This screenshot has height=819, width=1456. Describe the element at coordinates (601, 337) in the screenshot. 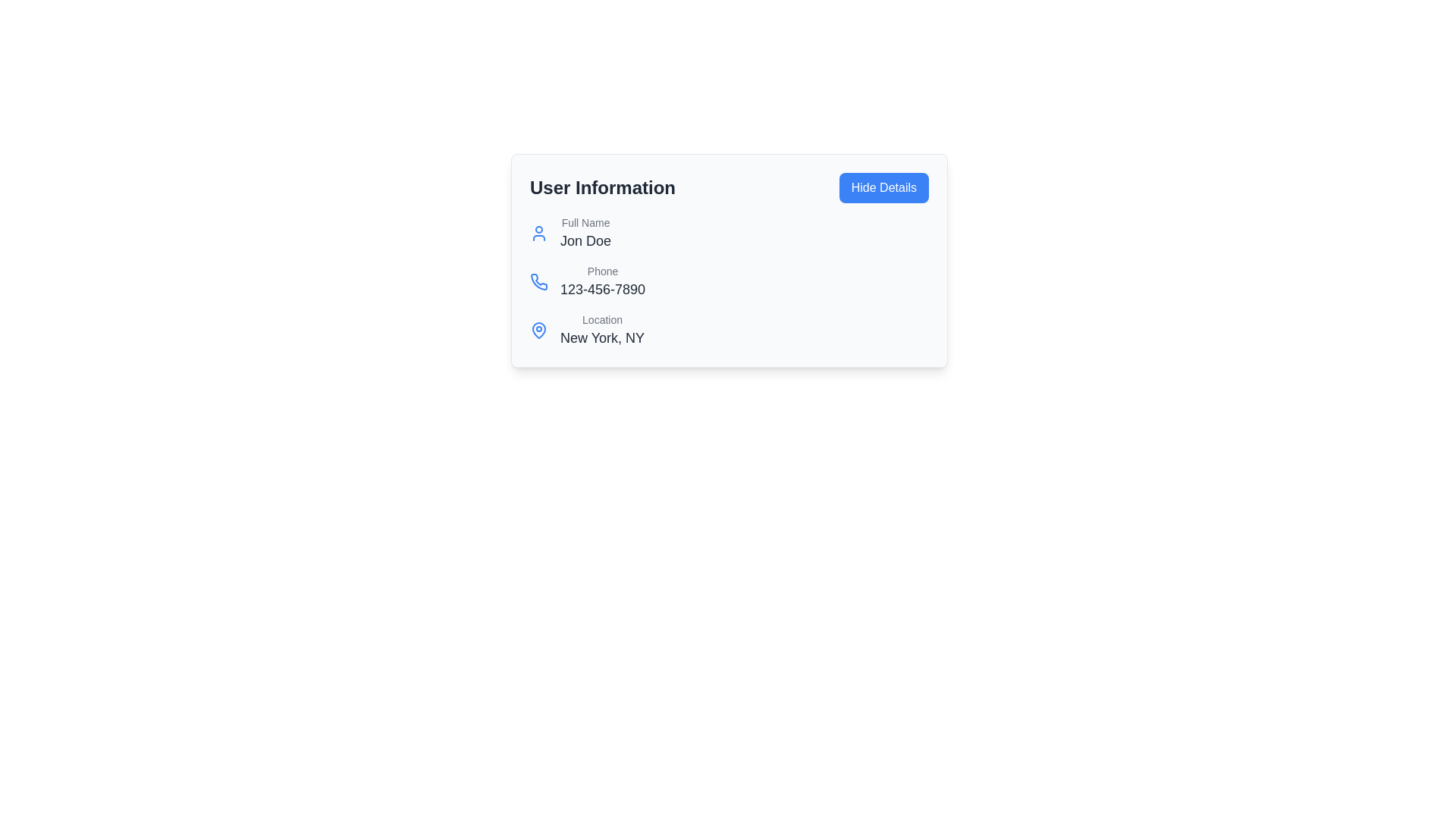

I see `content displayed in the text label that shows 'New York, NY' beneath the 'Location' label in the user details card` at that location.